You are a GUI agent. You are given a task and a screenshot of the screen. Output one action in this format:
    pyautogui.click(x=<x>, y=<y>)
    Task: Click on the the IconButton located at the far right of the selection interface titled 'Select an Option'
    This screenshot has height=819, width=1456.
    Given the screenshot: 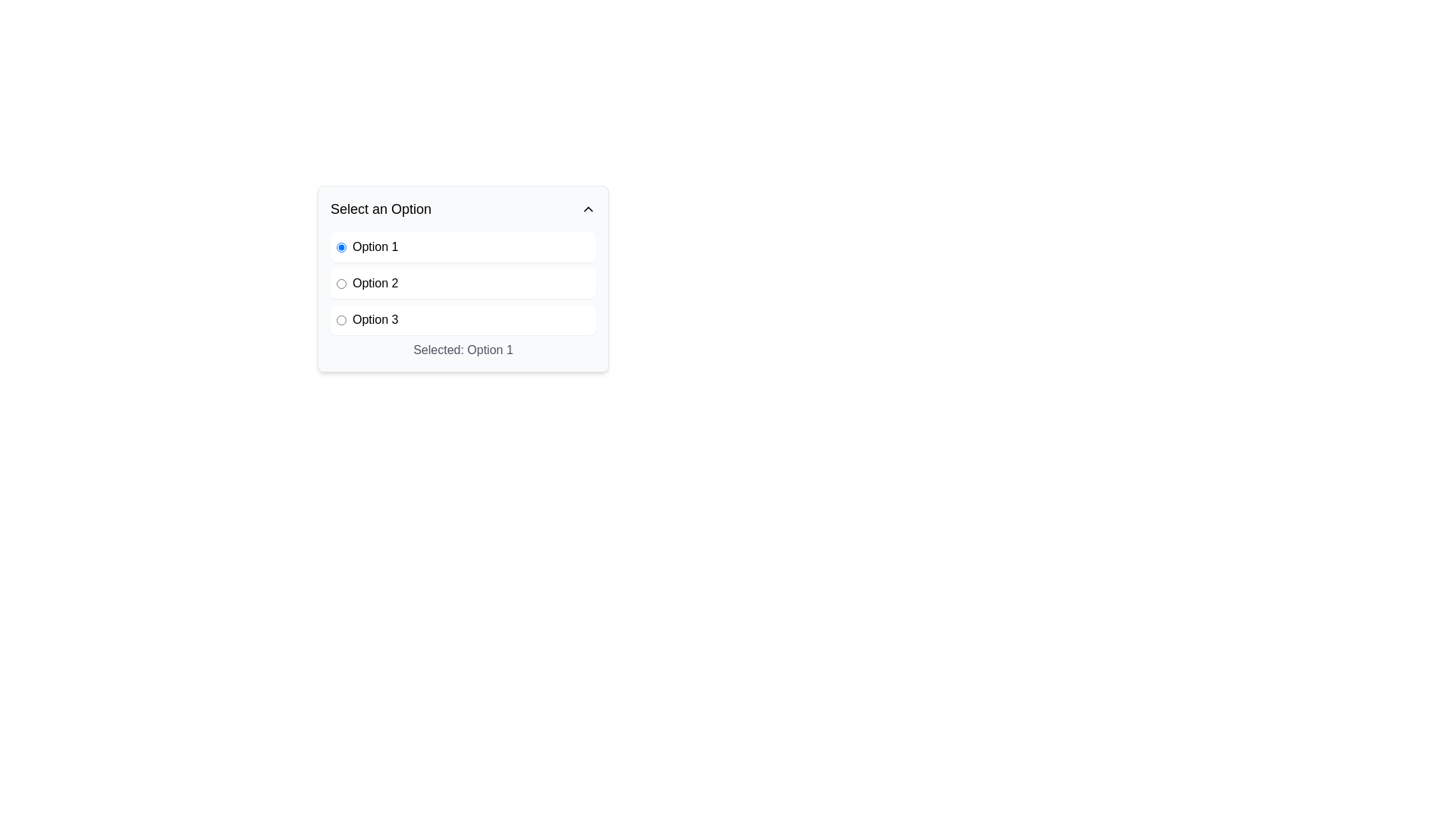 What is the action you would take?
    pyautogui.click(x=588, y=209)
    